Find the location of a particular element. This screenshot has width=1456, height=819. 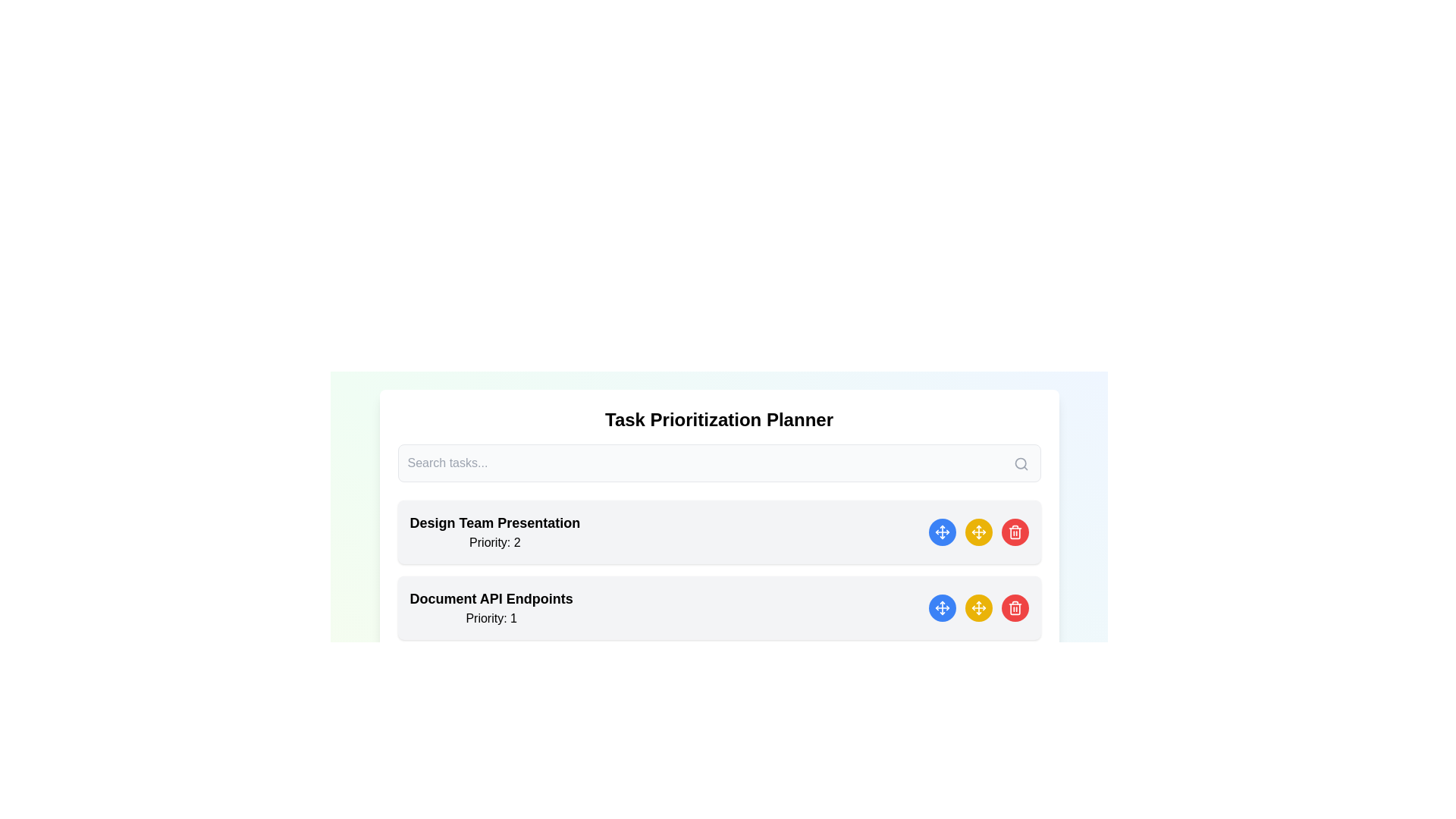

the delete button, which is the third icon in the group of controls on the right side of the task labeled 'Design Team Presentation', to initiate the deletion of the task is located at coordinates (1015, 532).